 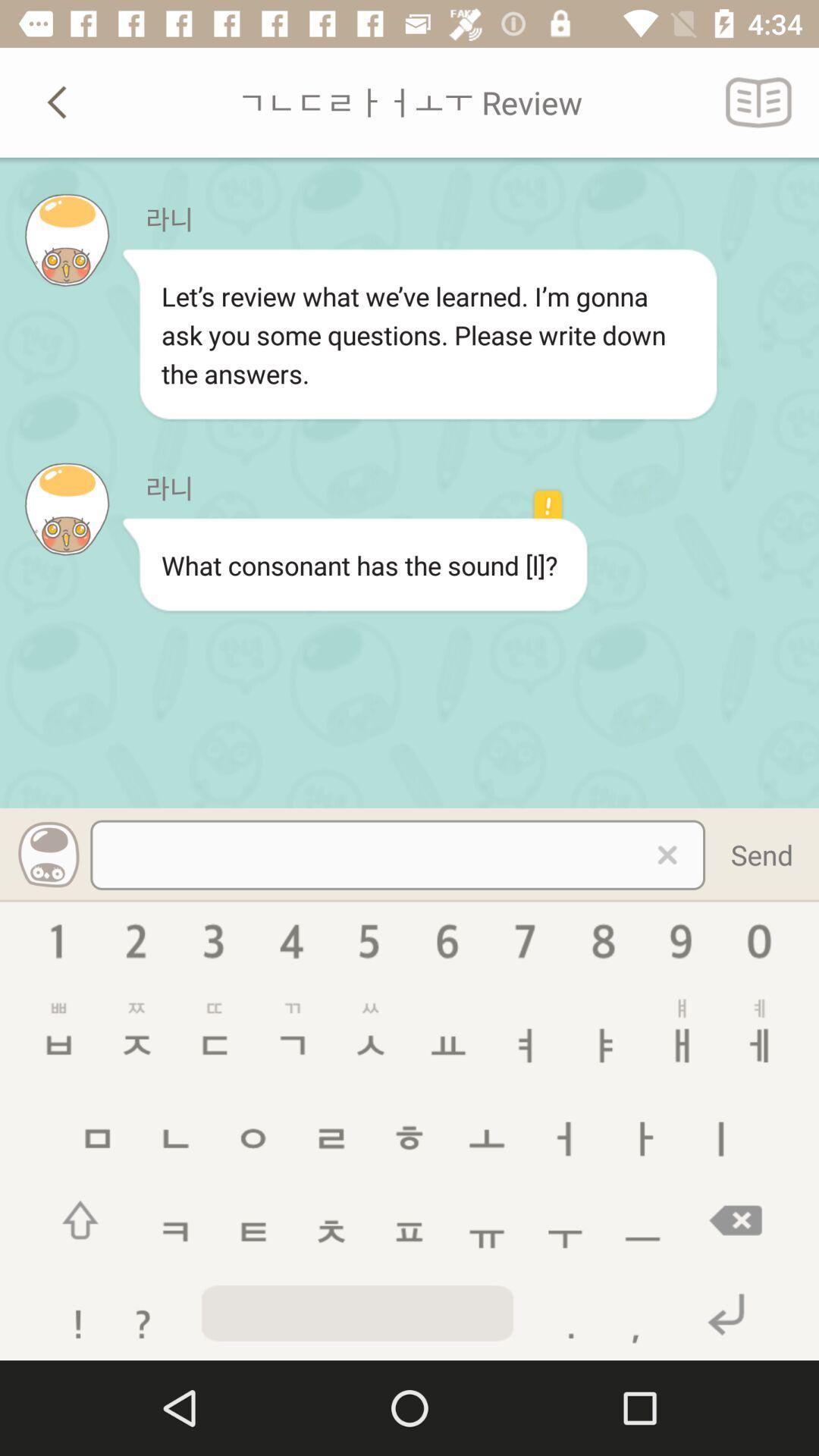 What do you see at coordinates (408, 1127) in the screenshot?
I see `the emoji icon` at bounding box center [408, 1127].